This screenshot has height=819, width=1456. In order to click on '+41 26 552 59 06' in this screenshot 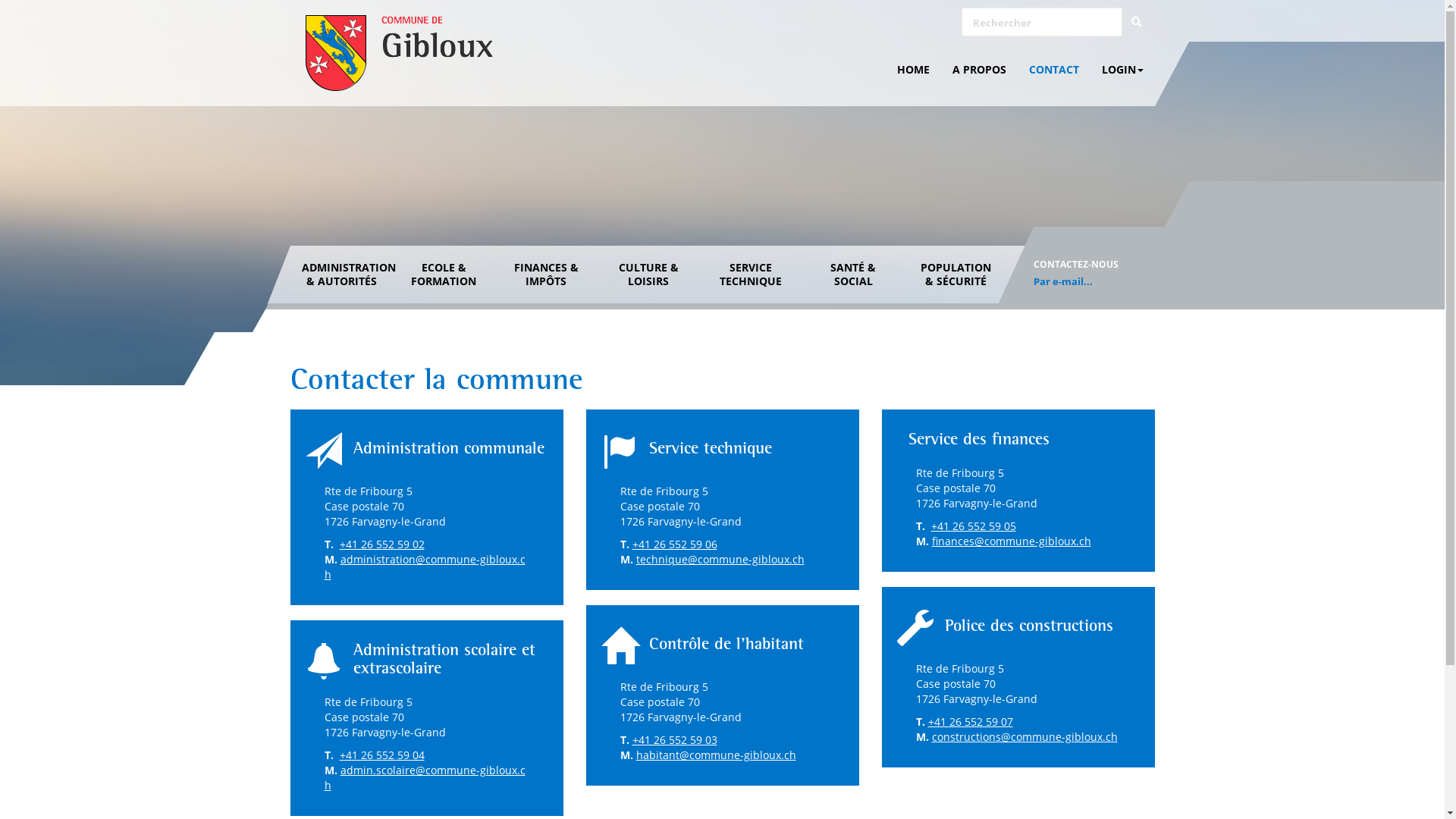, I will do `click(673, 543)`.